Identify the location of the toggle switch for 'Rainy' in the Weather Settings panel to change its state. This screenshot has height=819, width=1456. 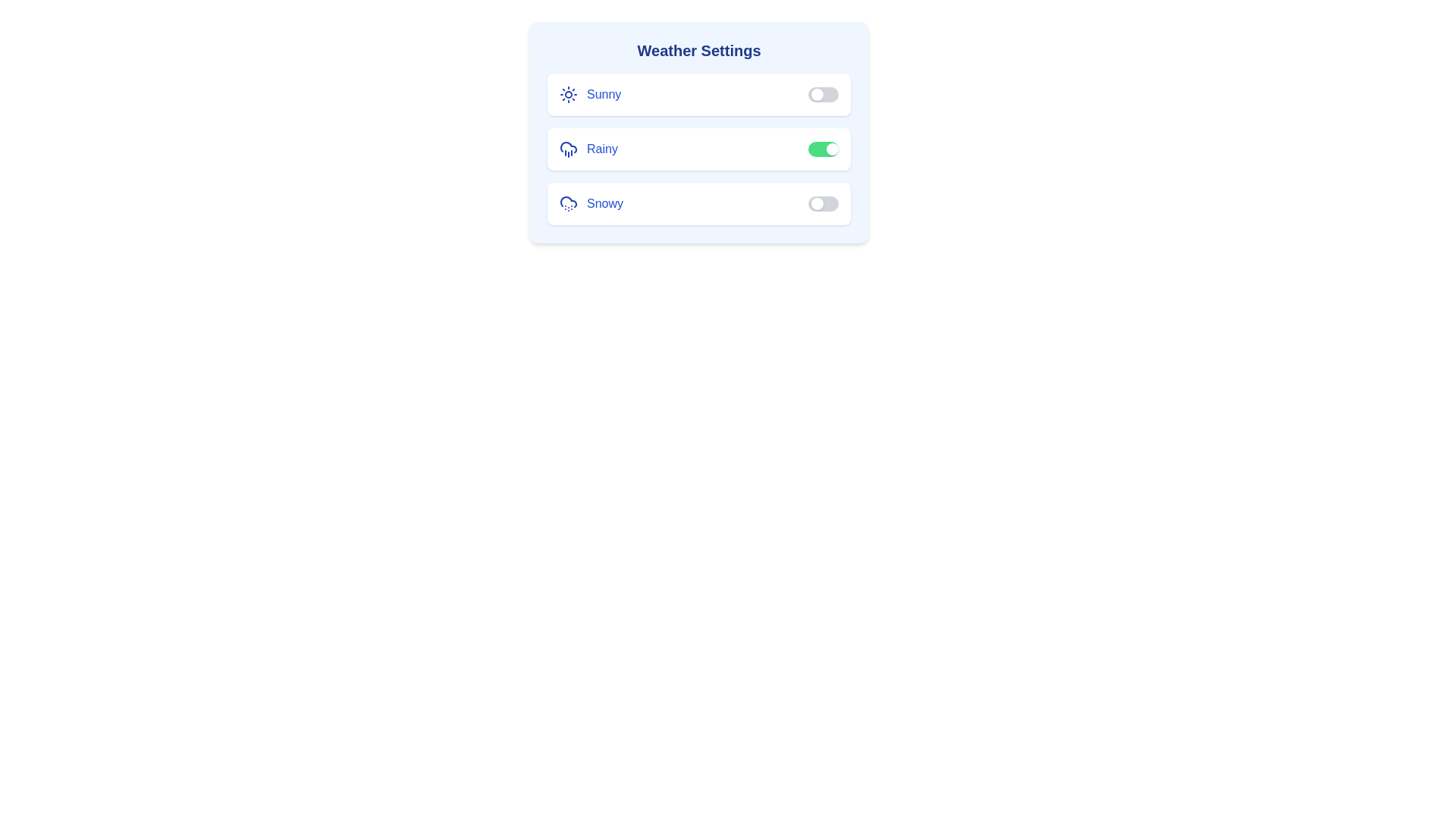
(698, 131).